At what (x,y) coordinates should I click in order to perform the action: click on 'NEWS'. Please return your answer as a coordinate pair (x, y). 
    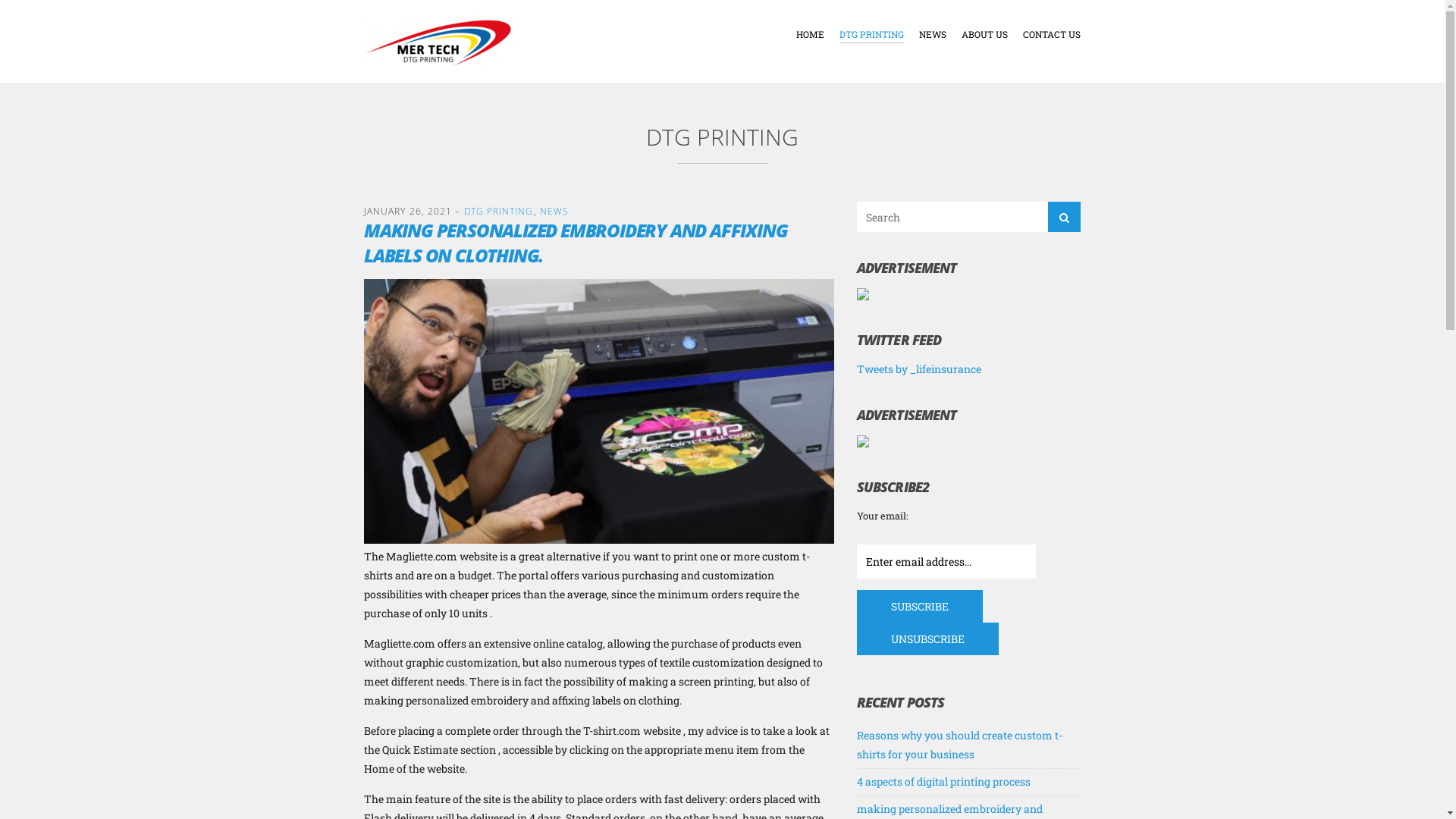
    Looking at the image, I should click on (918, 34).